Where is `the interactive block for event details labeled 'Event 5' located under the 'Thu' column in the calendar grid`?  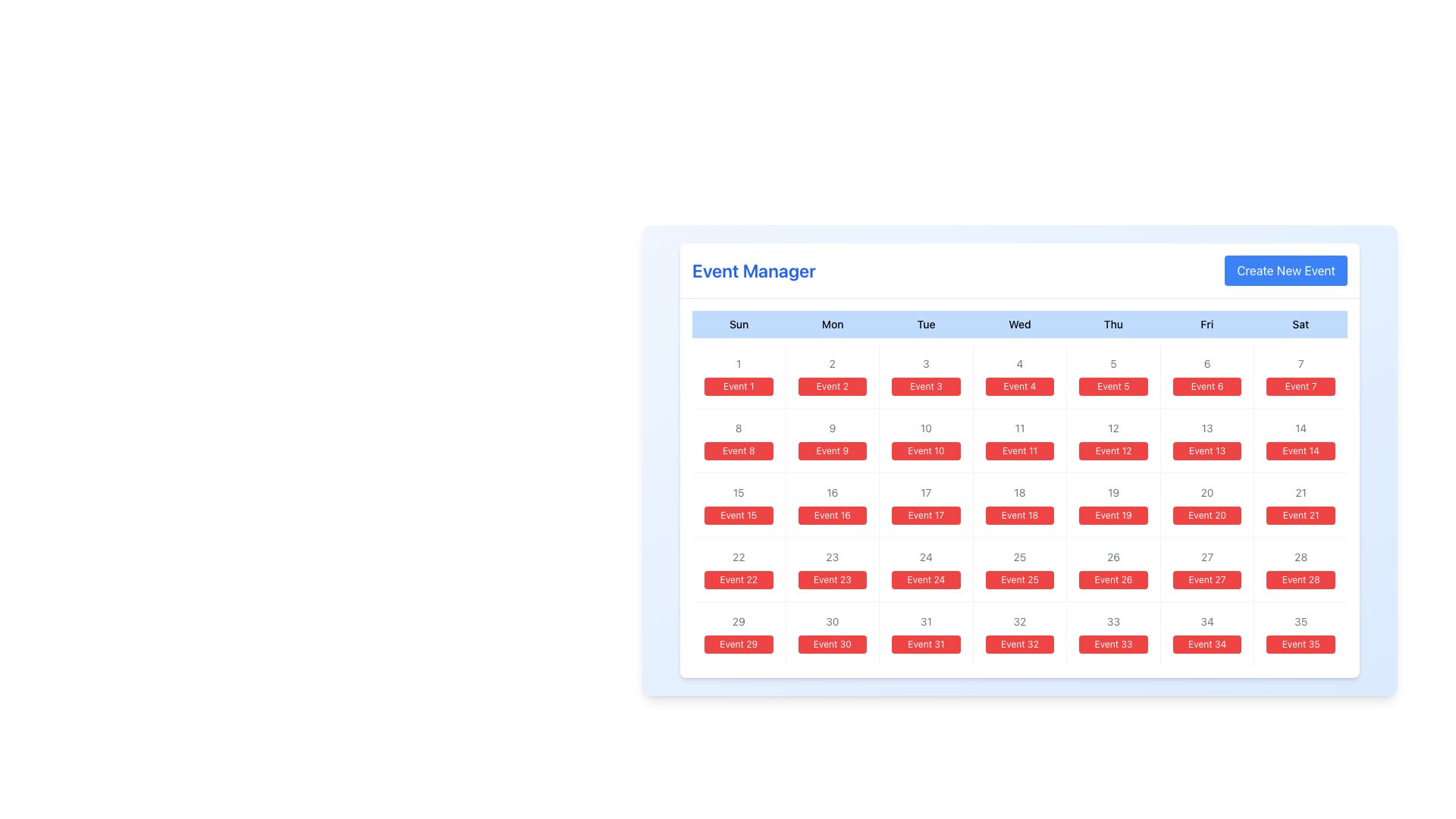 the interactive block for event details labeled 'Event 5' located under the 'Thu' column in the calendar grid is located at coordinates (1113, 375).